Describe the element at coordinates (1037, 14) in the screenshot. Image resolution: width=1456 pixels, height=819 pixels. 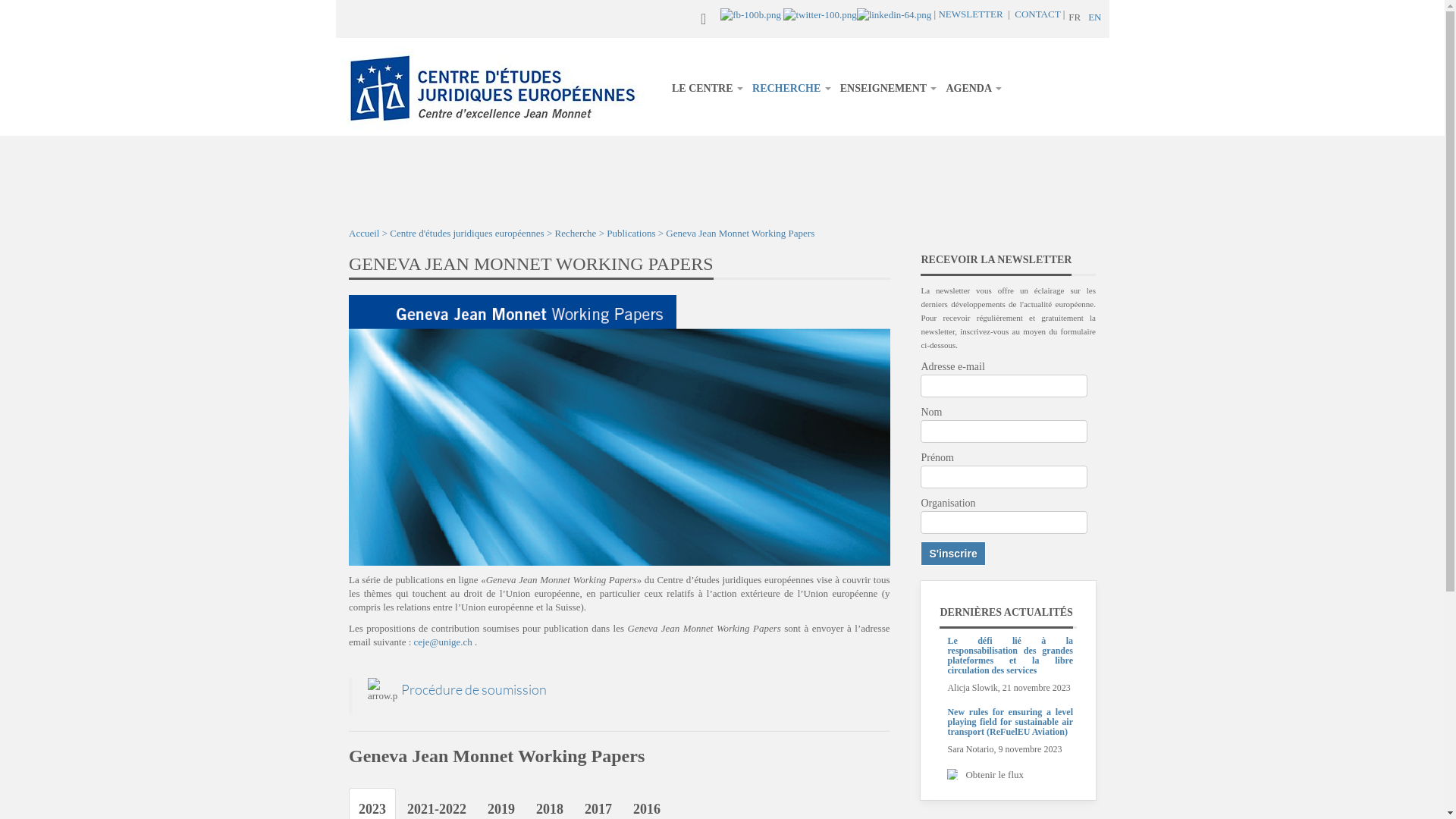
I see `'CONTACT'` at that location.